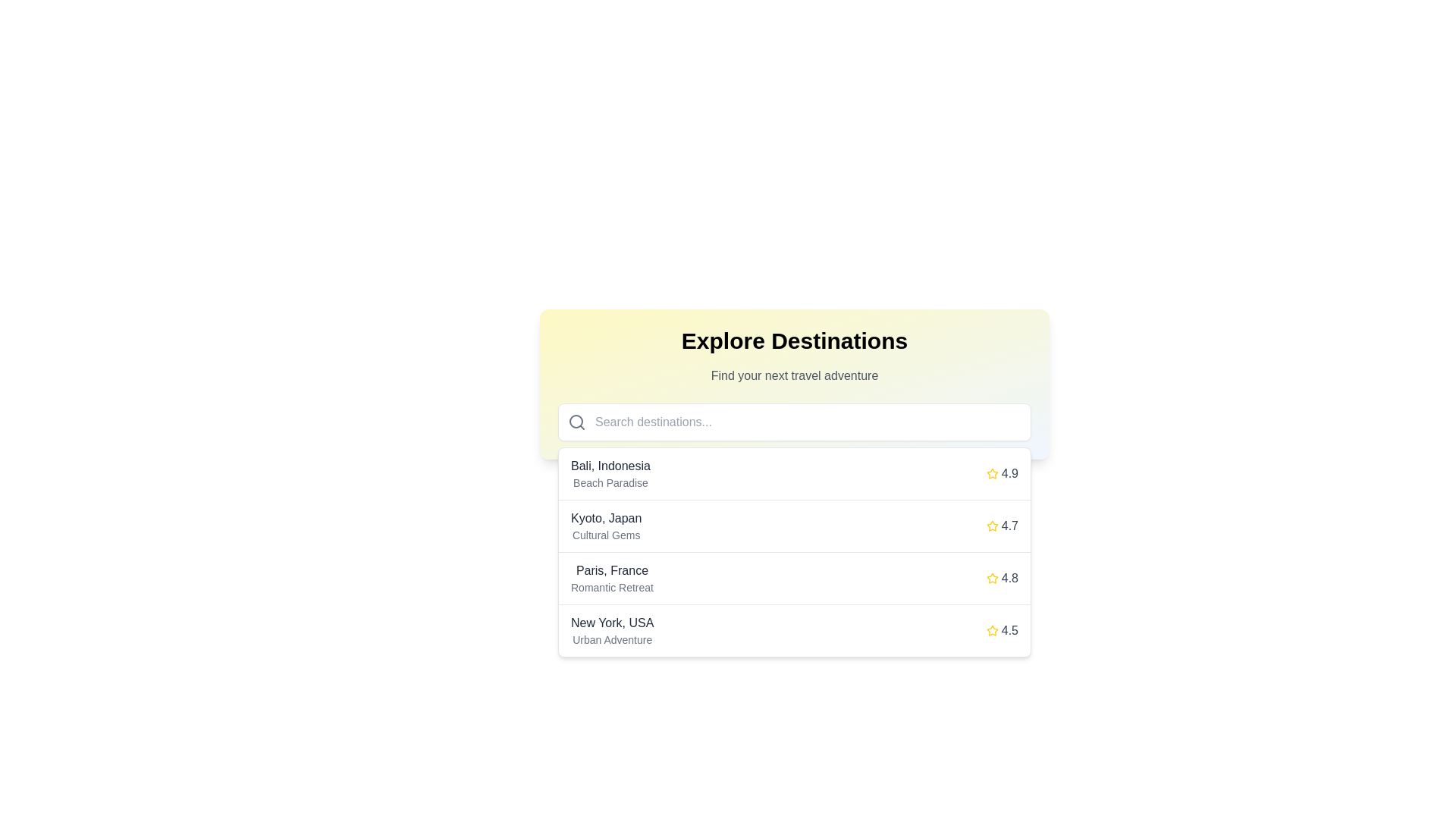 The width and height of the screenshot is (1456, 819). Describe the element at coordinates (992, 525) in the screenshot. I see `the star icon located to the right of the second list item` at that location.